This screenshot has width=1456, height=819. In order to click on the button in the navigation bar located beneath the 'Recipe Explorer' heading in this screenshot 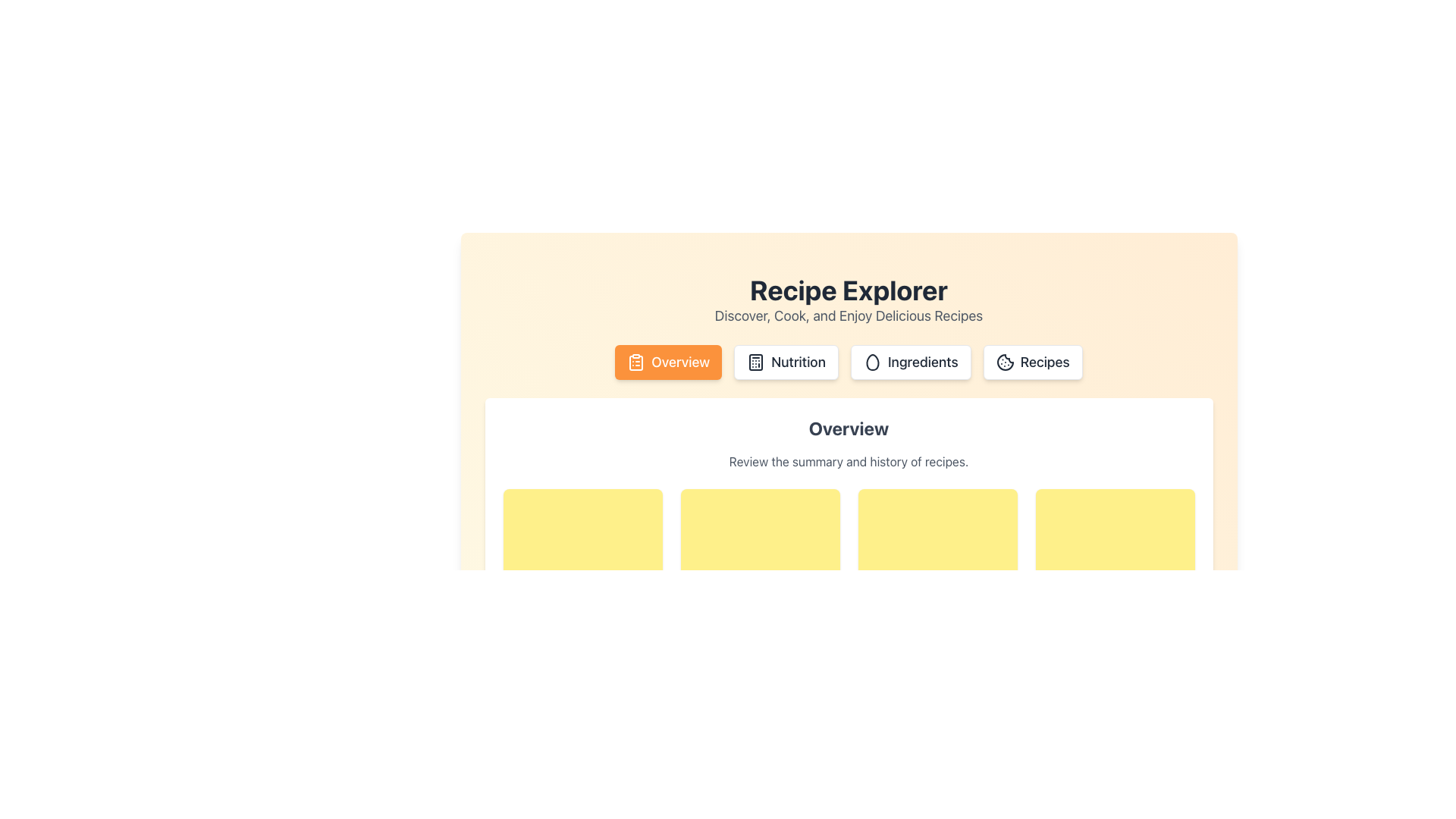, I will do `click(848, 362)`.